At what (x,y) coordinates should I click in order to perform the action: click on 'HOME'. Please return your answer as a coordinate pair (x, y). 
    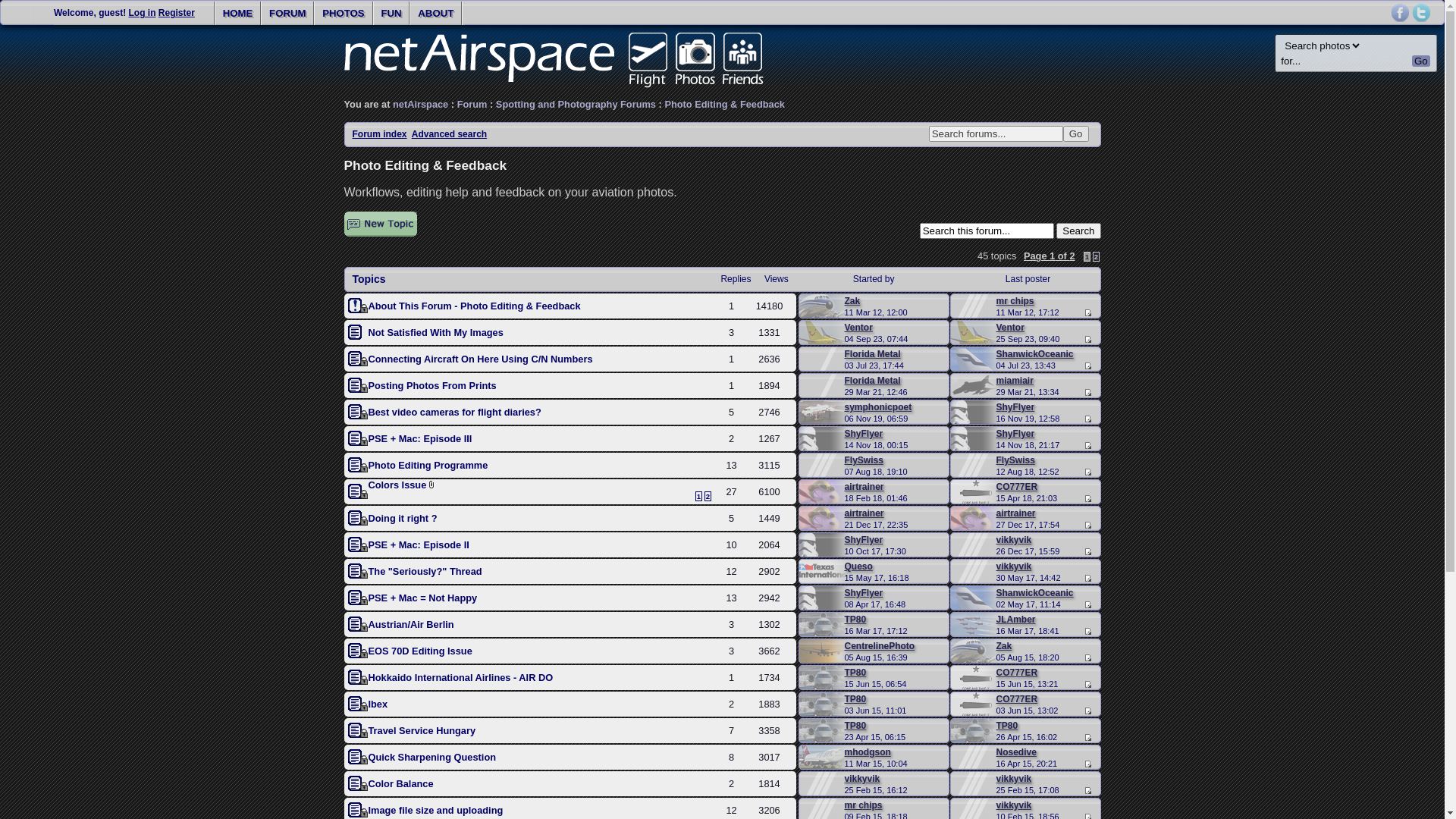
    Looking at the image, I should click on (214, 13).